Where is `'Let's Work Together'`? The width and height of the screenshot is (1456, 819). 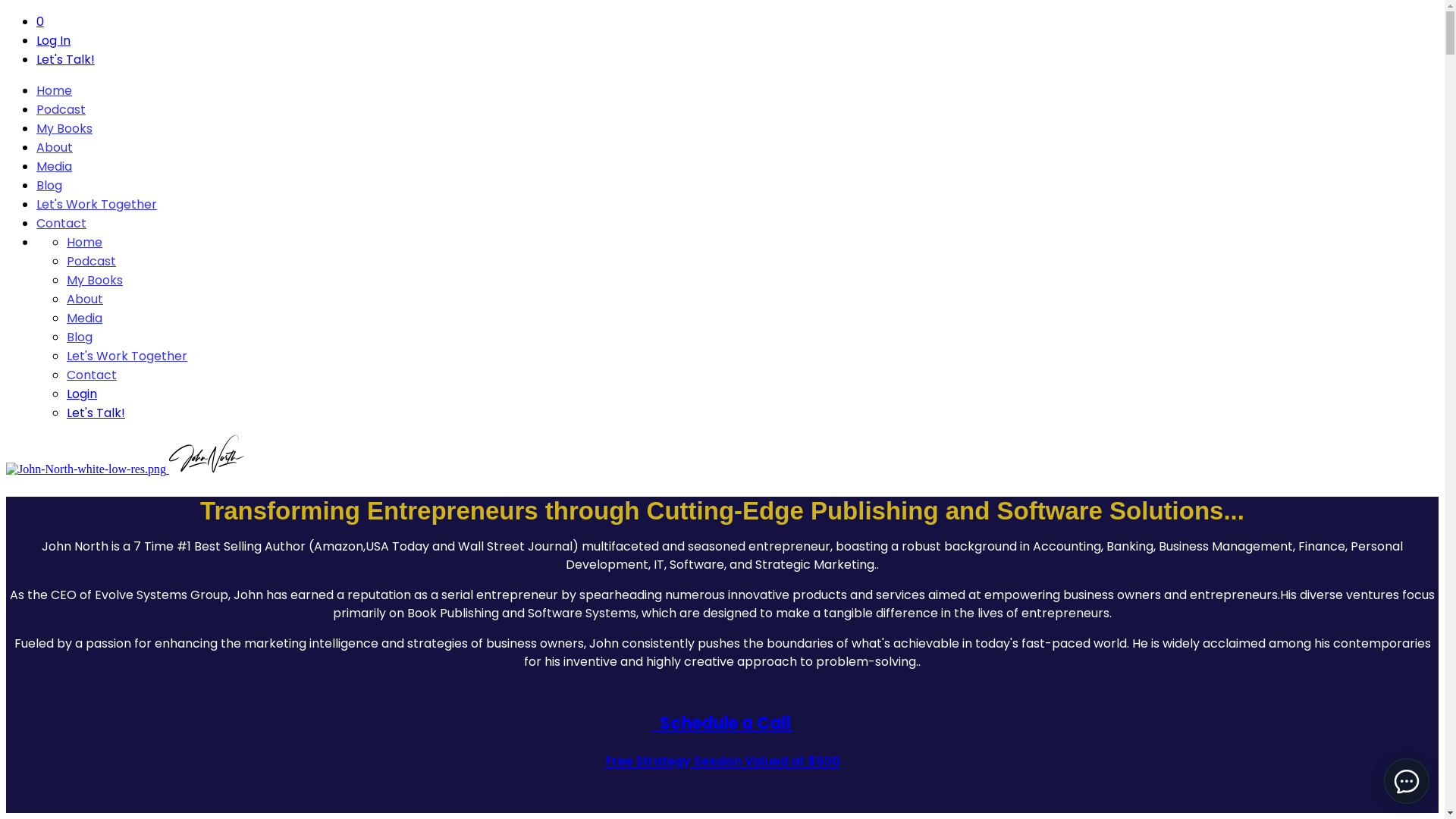
'Let's Work Together' is located at coordinates (96, 203).